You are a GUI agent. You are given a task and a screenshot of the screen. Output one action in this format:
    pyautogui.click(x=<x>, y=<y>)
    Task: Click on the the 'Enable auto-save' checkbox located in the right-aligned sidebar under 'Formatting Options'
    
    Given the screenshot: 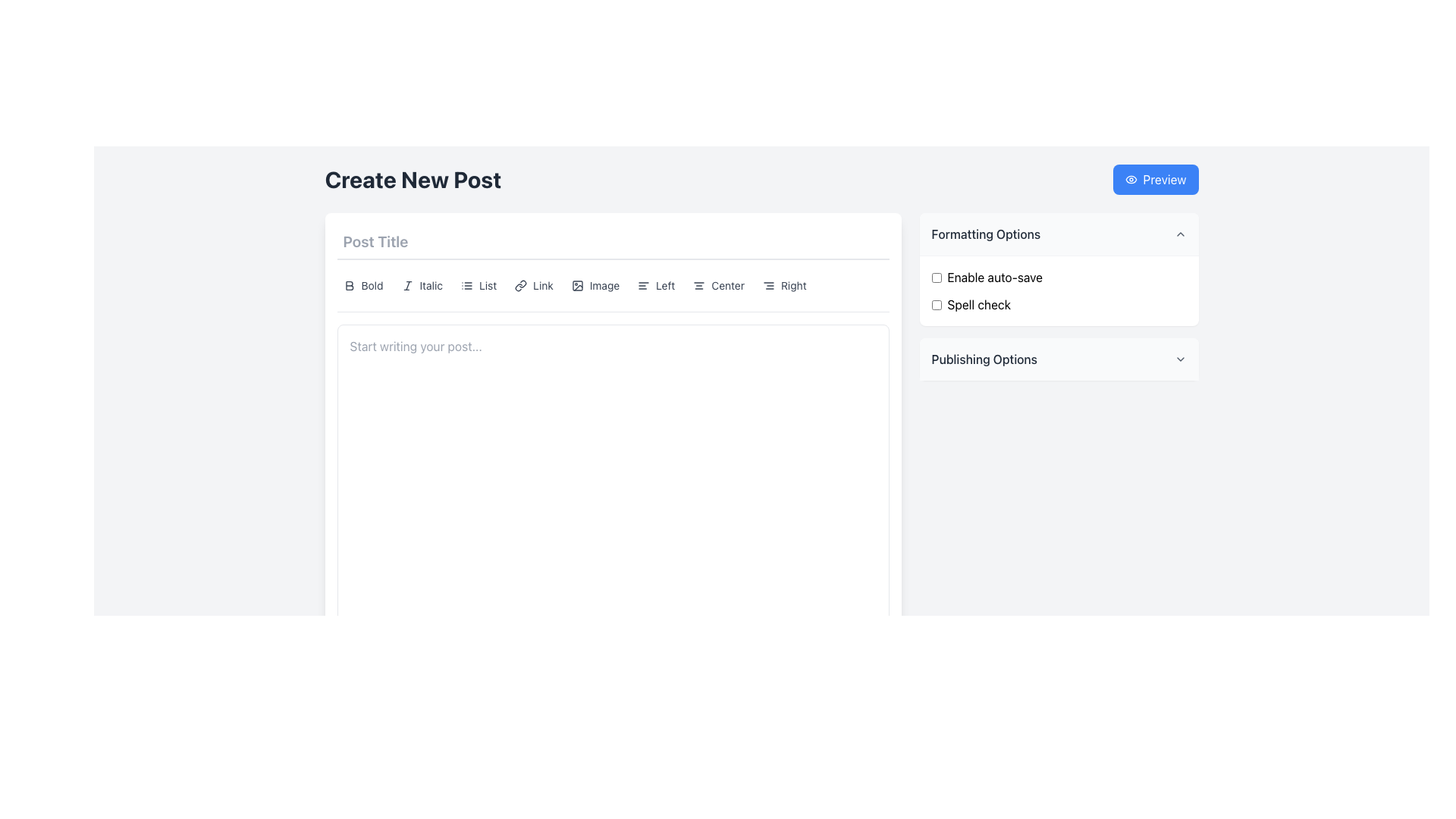 What is the action you would take?
    pyautogui.click(x=1058, y=278)
    